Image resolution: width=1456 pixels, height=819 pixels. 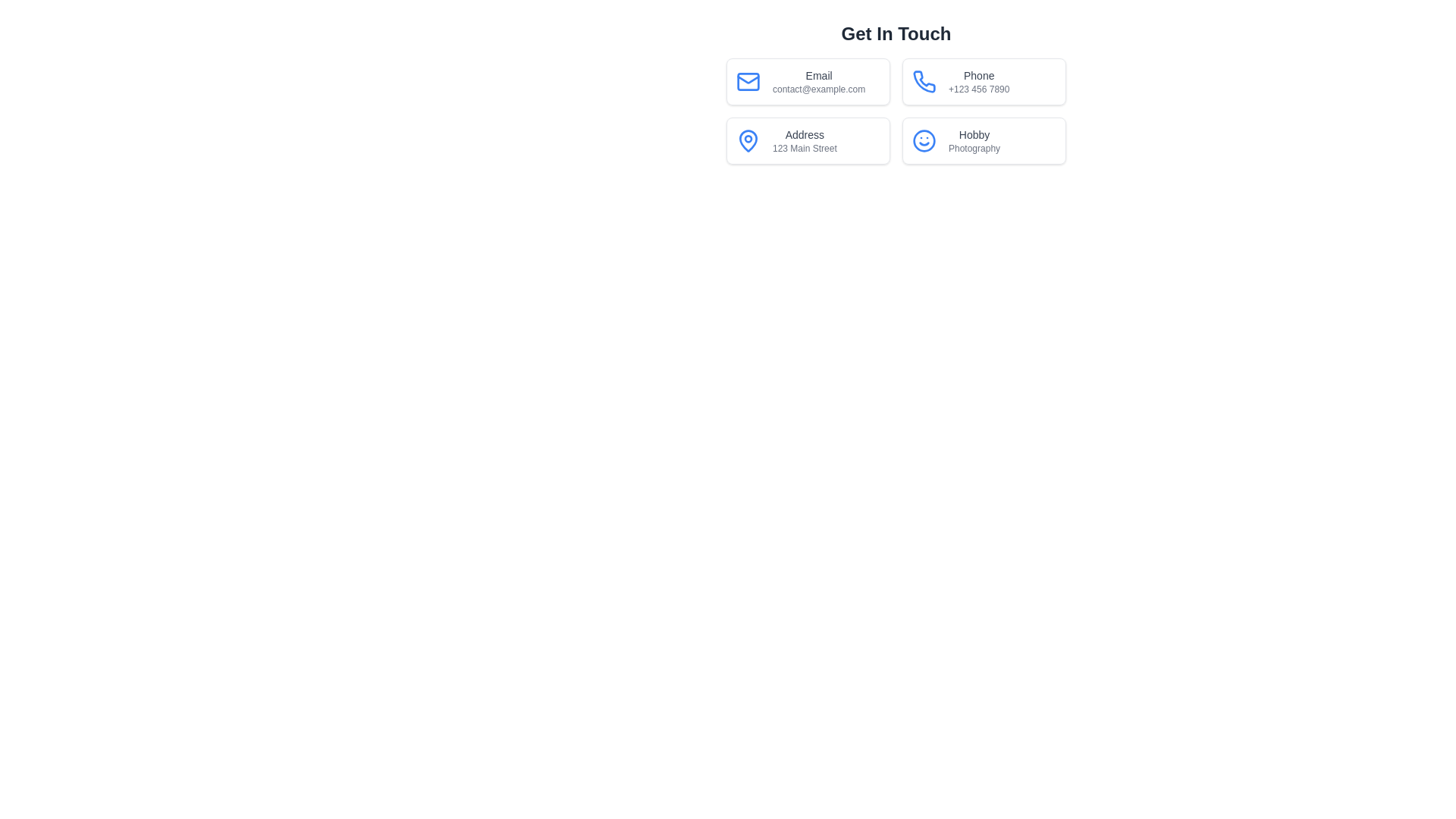 I want to click on the decorative location marker icon in the 'Address' section of the grid under the 'Get In Touch' header, so click(x=748, y=140).